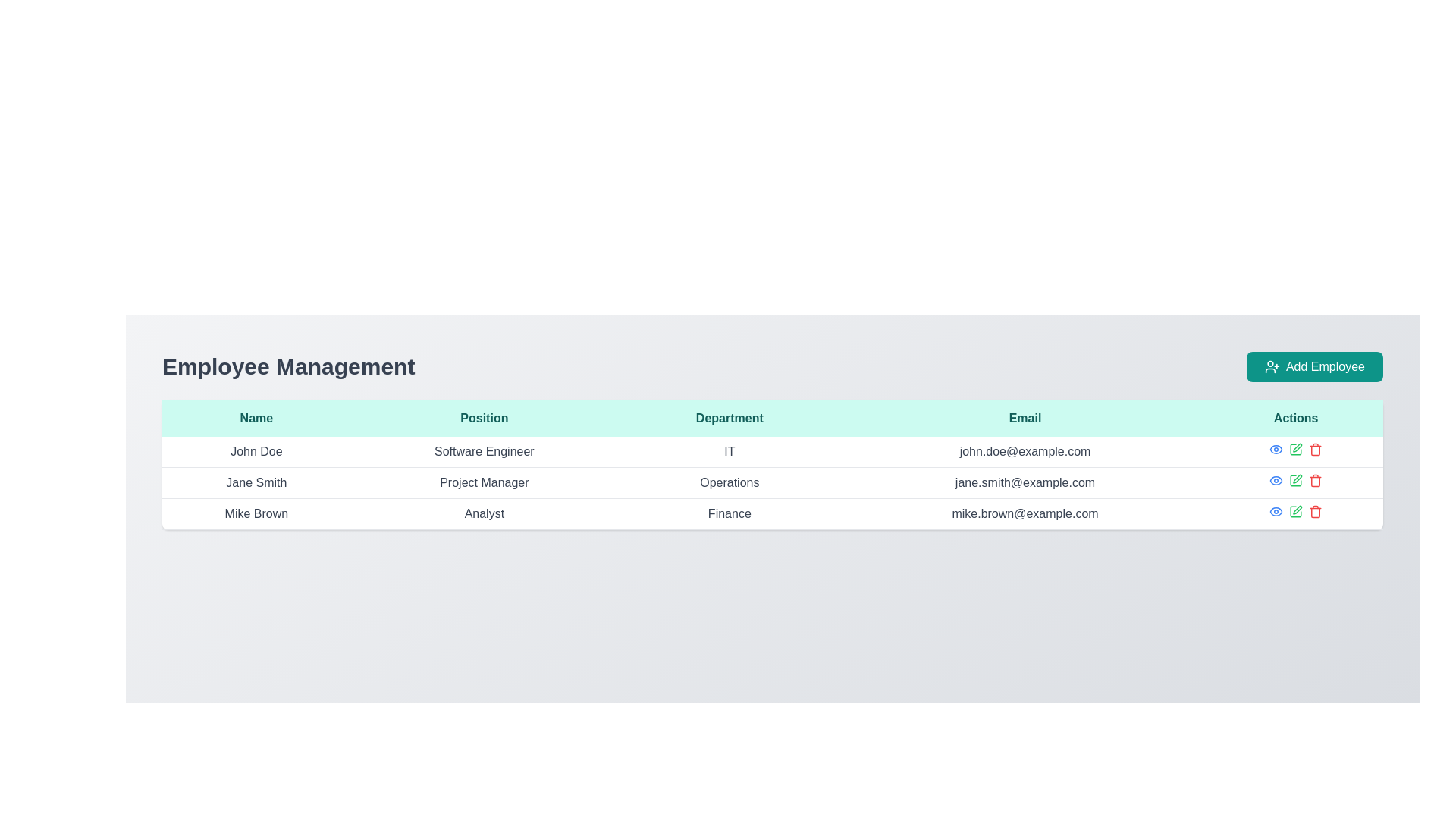  I want to click on the action icons in the 'Actions' column of the 'Employee Management' table for user 'John Doe', so click(1295, 449).